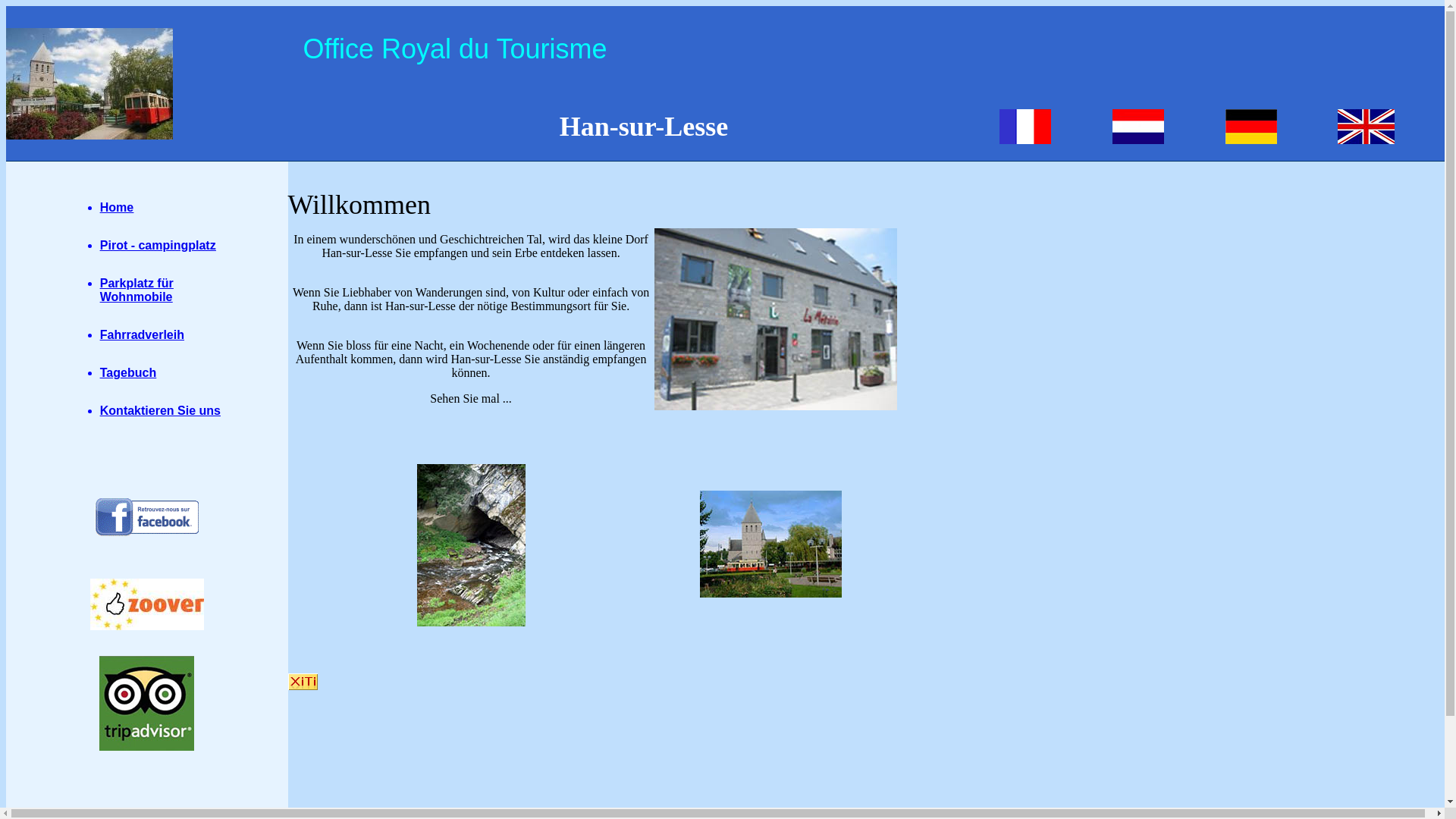 The image size is (1456, 819). I want to click on 'Fahrradverleih', so click(142, 334).